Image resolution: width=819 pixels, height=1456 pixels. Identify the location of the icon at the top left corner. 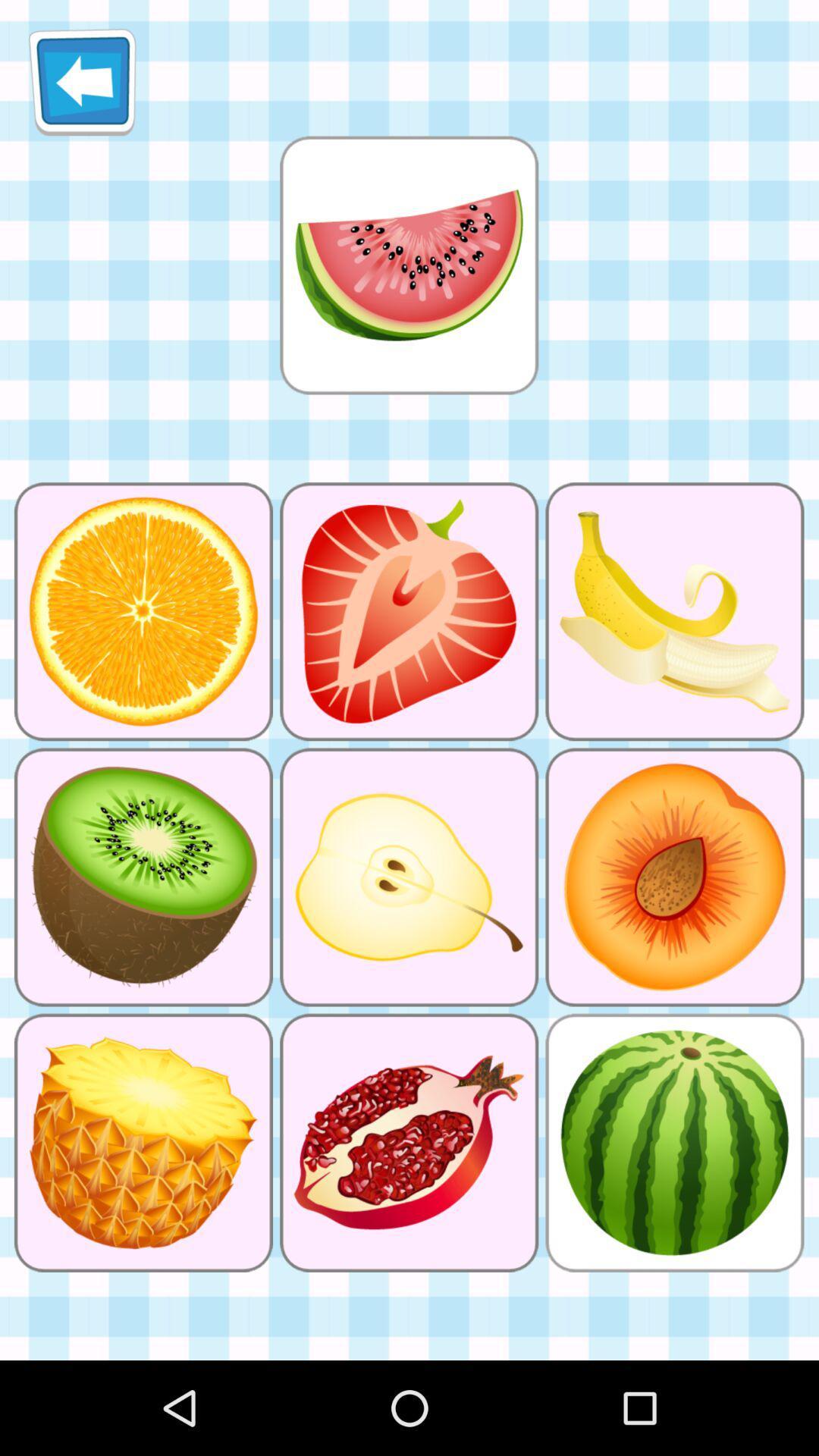
(82, 81).